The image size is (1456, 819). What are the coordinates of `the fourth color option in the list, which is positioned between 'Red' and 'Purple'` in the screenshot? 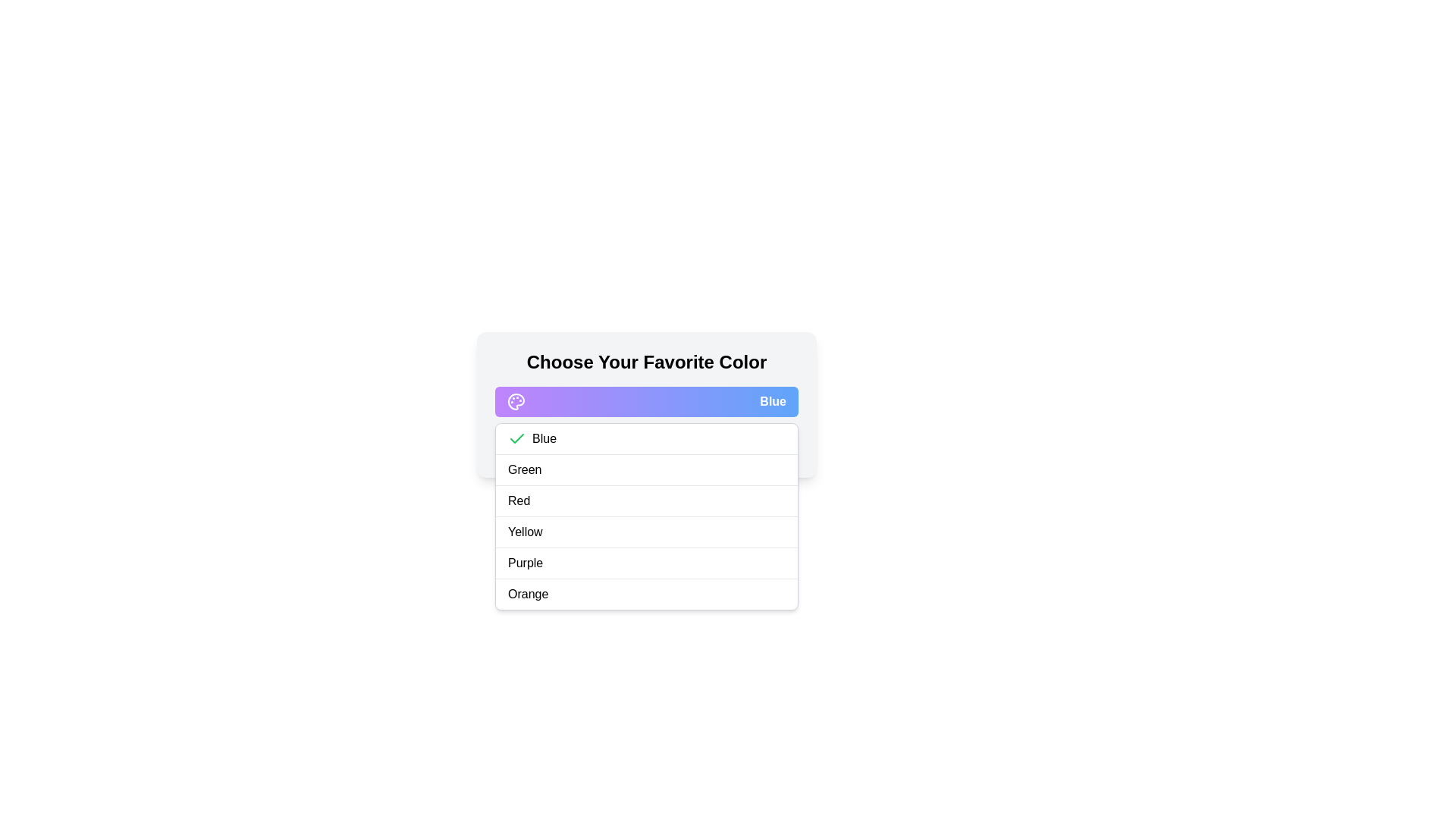 It's located at (647, 532).